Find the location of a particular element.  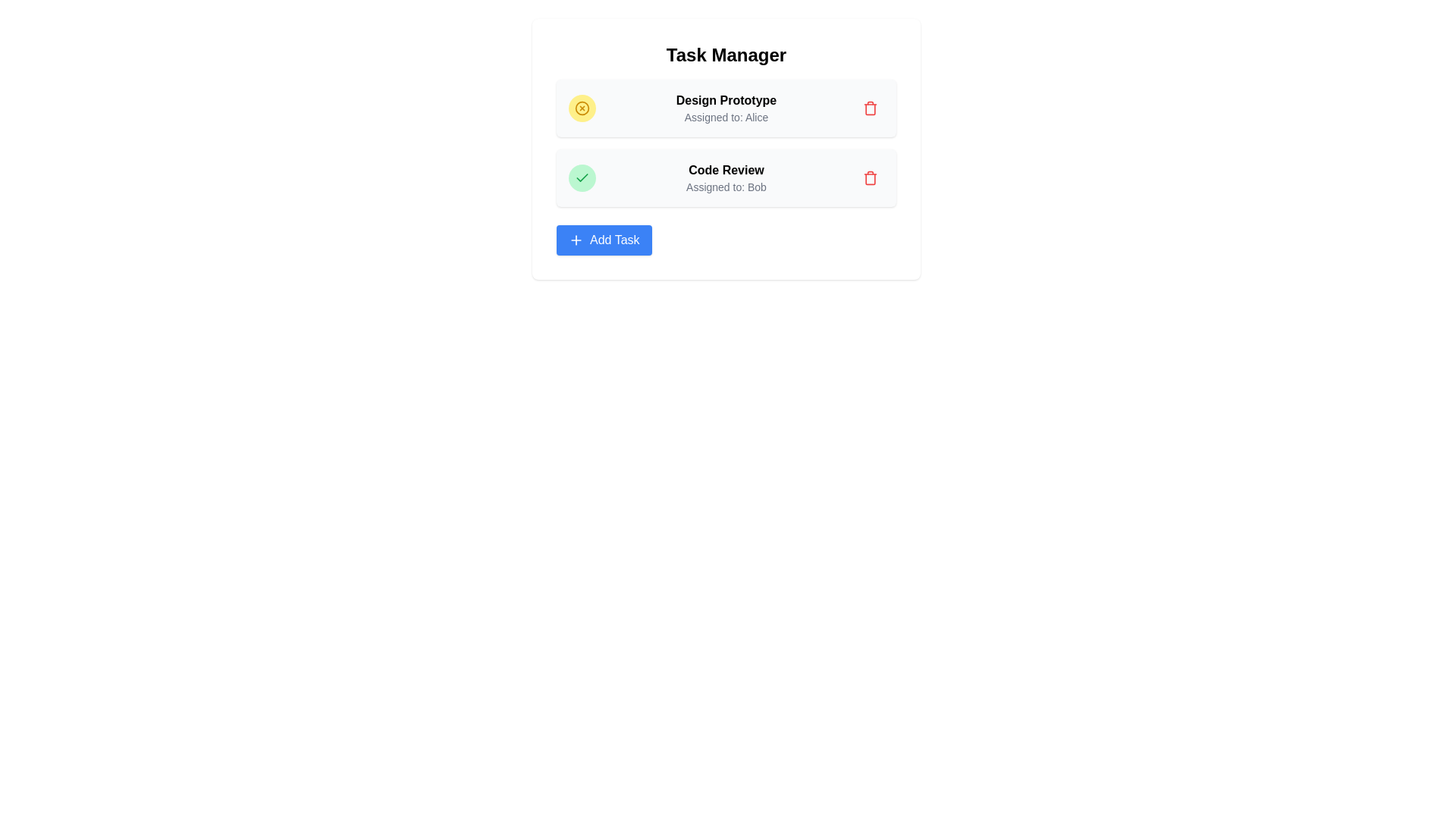

the delete button for the 'Code Review' task is located at coordinates (870, 177).